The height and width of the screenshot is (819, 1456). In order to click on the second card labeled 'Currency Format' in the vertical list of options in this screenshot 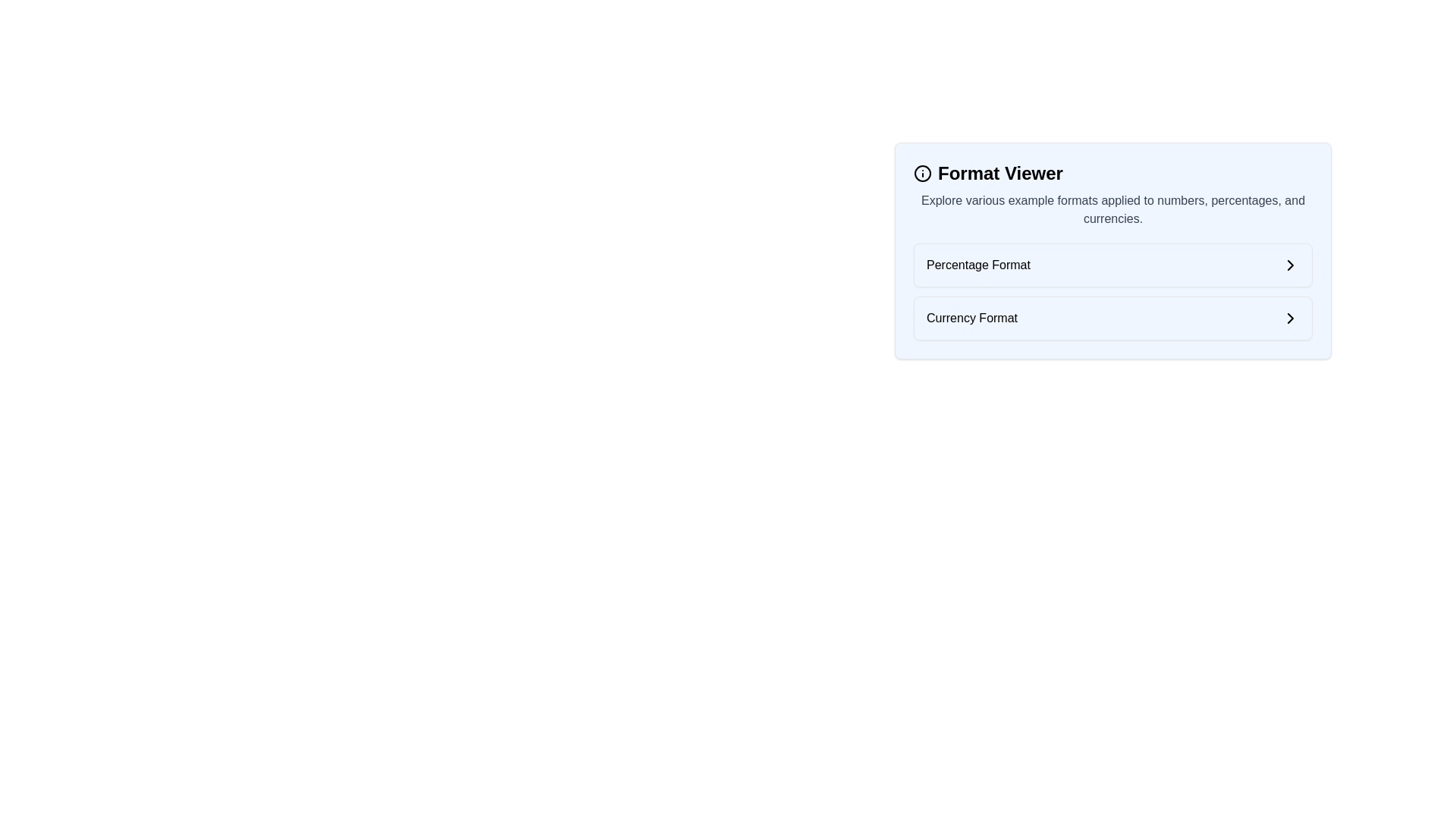, I will do `click(1113, 318)`.